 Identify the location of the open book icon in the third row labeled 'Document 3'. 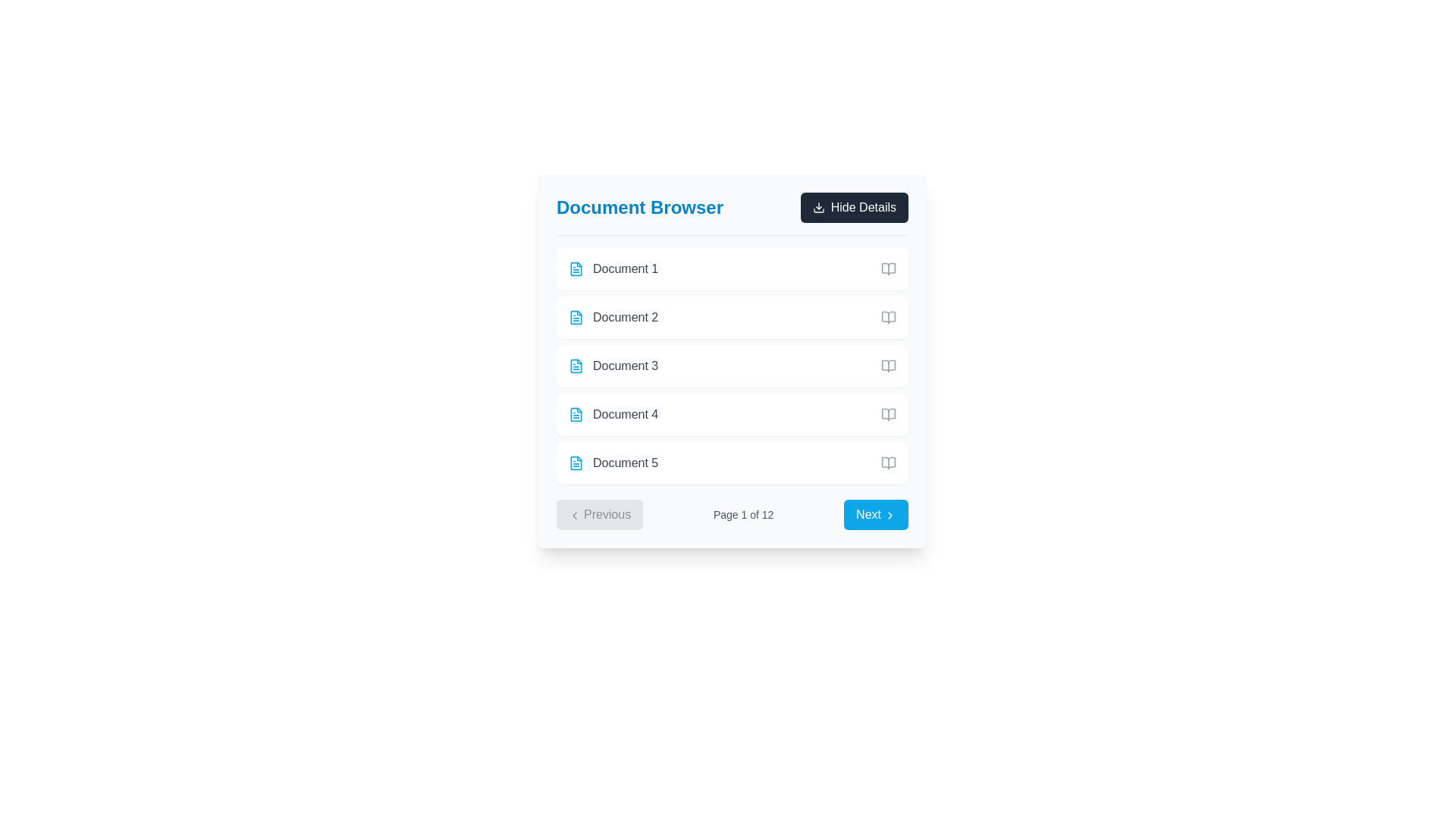
(888, 366).